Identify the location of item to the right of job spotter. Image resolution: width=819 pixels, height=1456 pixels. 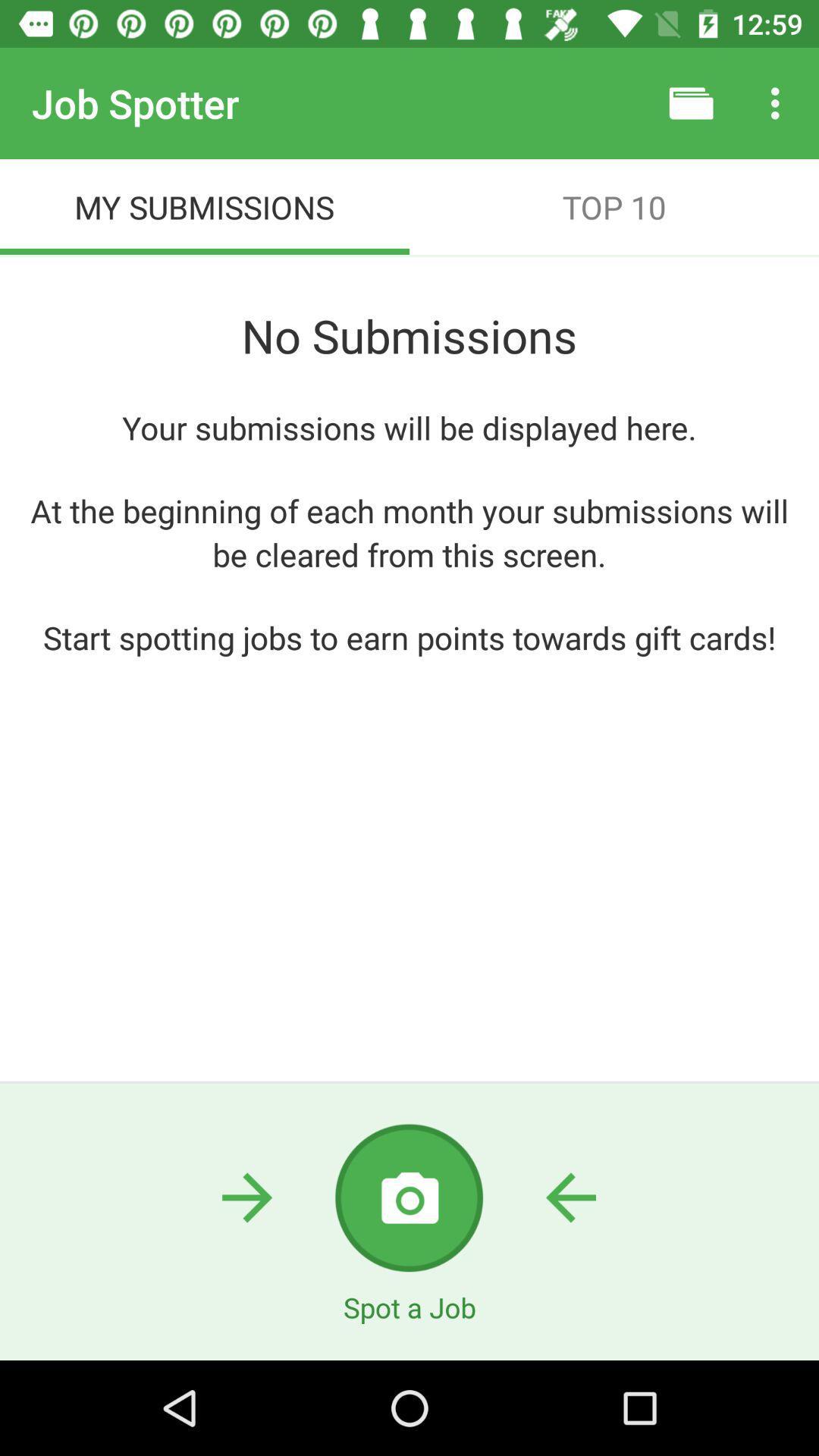
(691, 102).